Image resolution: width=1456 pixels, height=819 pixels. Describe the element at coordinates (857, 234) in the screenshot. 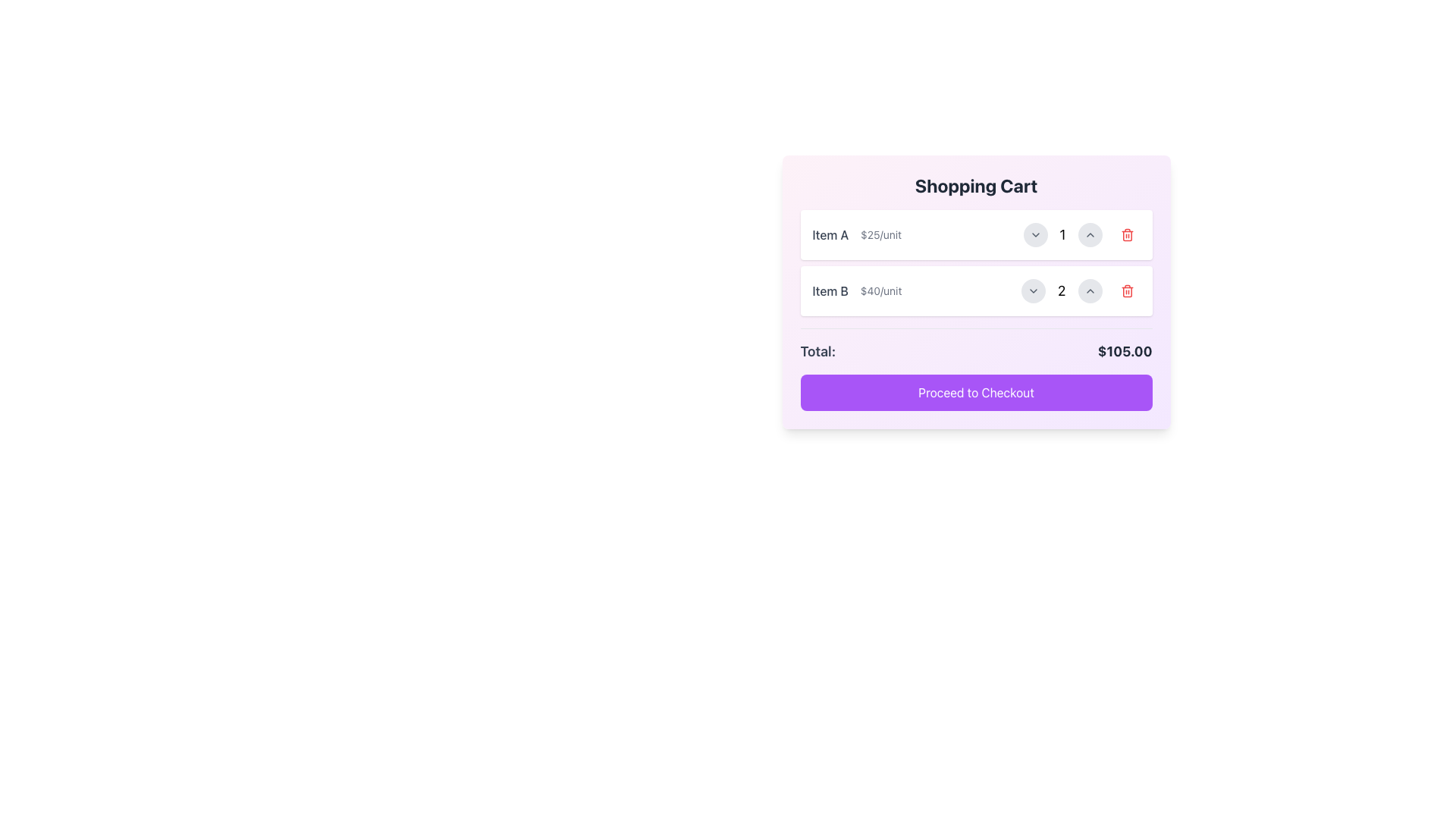

I see `the text label displaying 'Item A' and '$25/unit' in the shopping cart interface, located at the top-left corner of the item's section` at that location.